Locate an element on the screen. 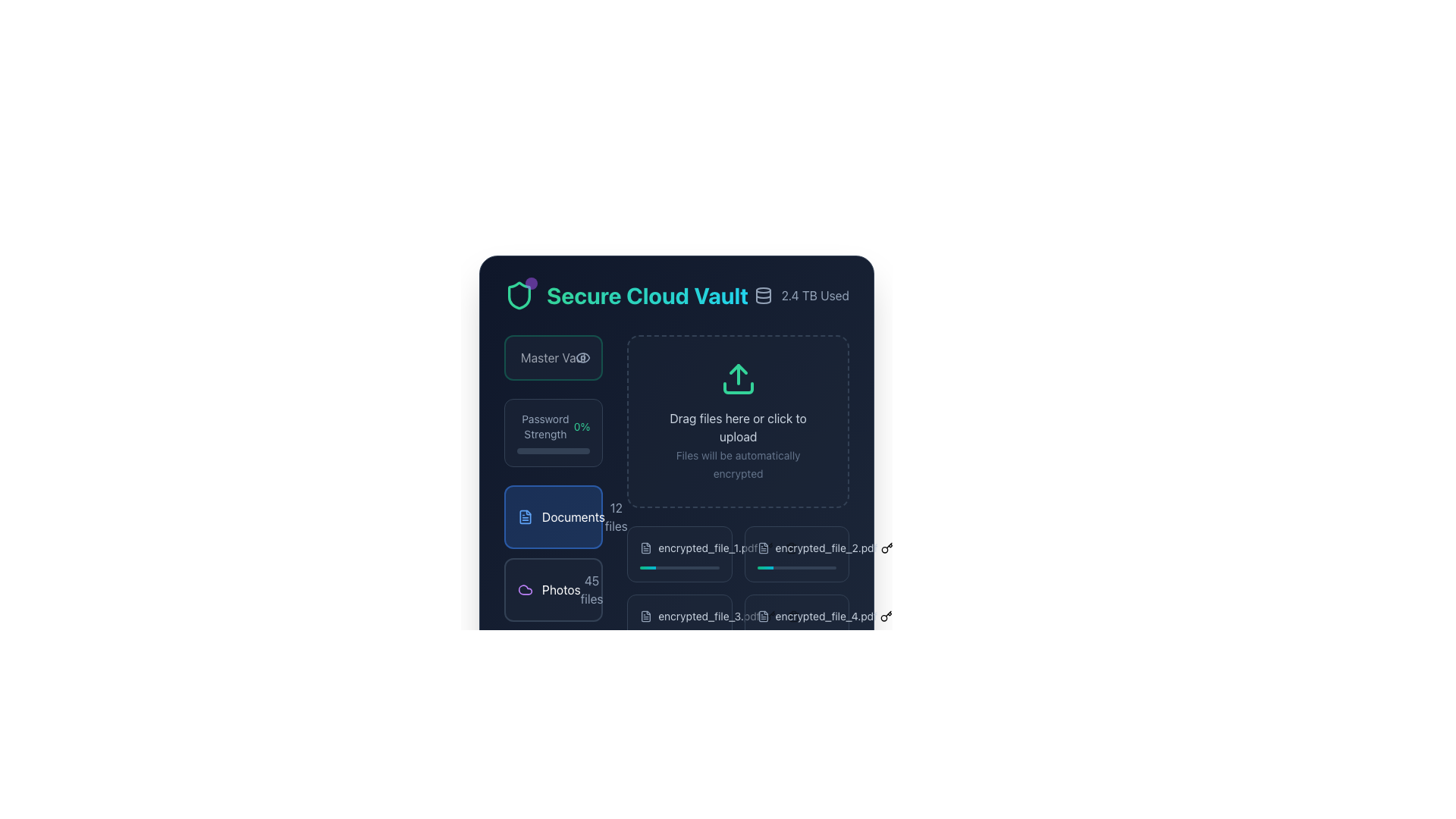 The image size is (1456, 819). the Text Label that serves as a header for the cloud vault storage section, positioned below the shield-shaped icon and aligned with the '2.4 TB Used' text is located at coordinates (626, 295).